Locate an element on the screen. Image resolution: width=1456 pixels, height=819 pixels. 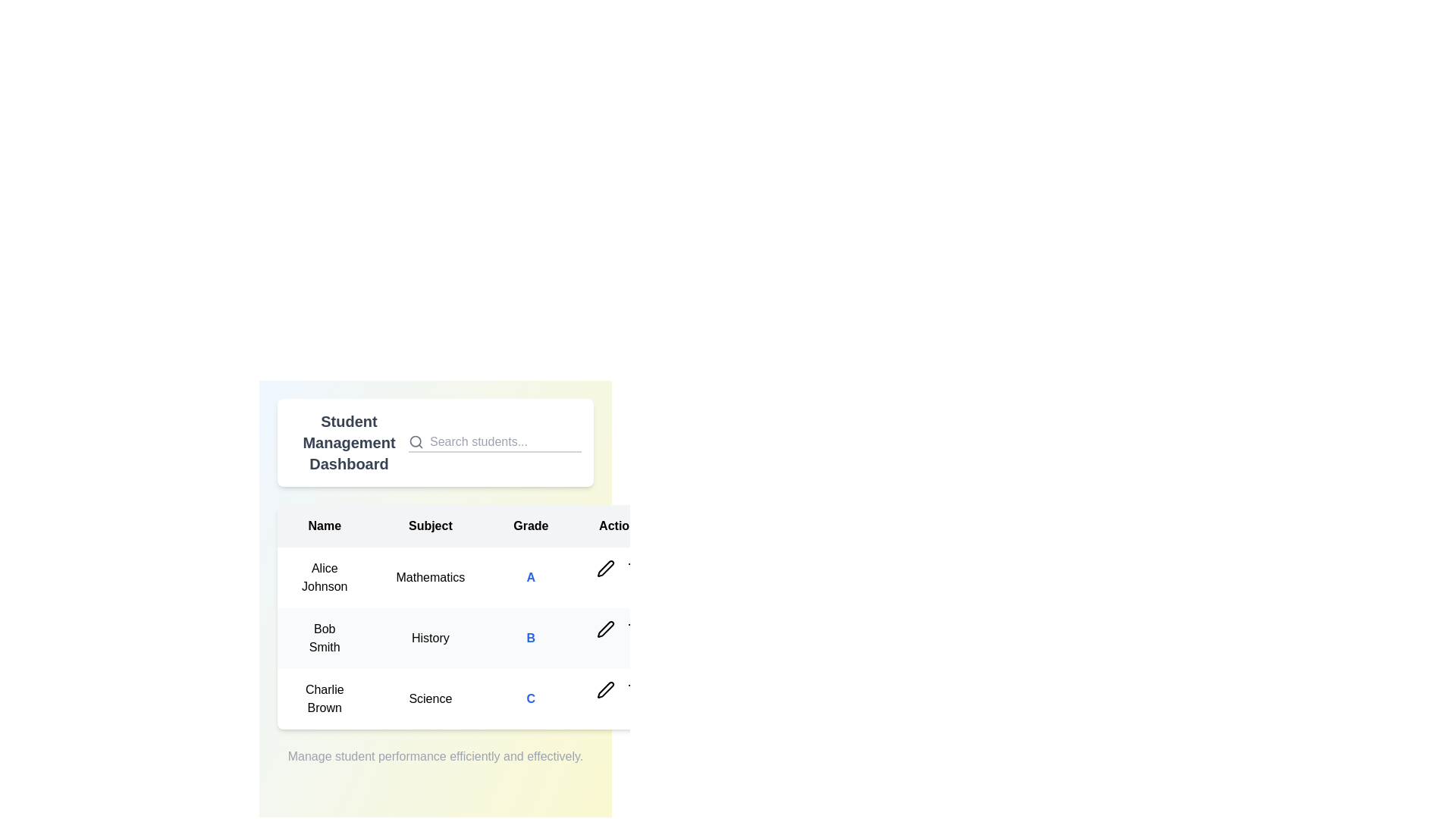
the text label displaying 'Bob Smith' in bold black sans-serif font, located in the second table row under the 'Name' column is located at coordinates (324, 638).